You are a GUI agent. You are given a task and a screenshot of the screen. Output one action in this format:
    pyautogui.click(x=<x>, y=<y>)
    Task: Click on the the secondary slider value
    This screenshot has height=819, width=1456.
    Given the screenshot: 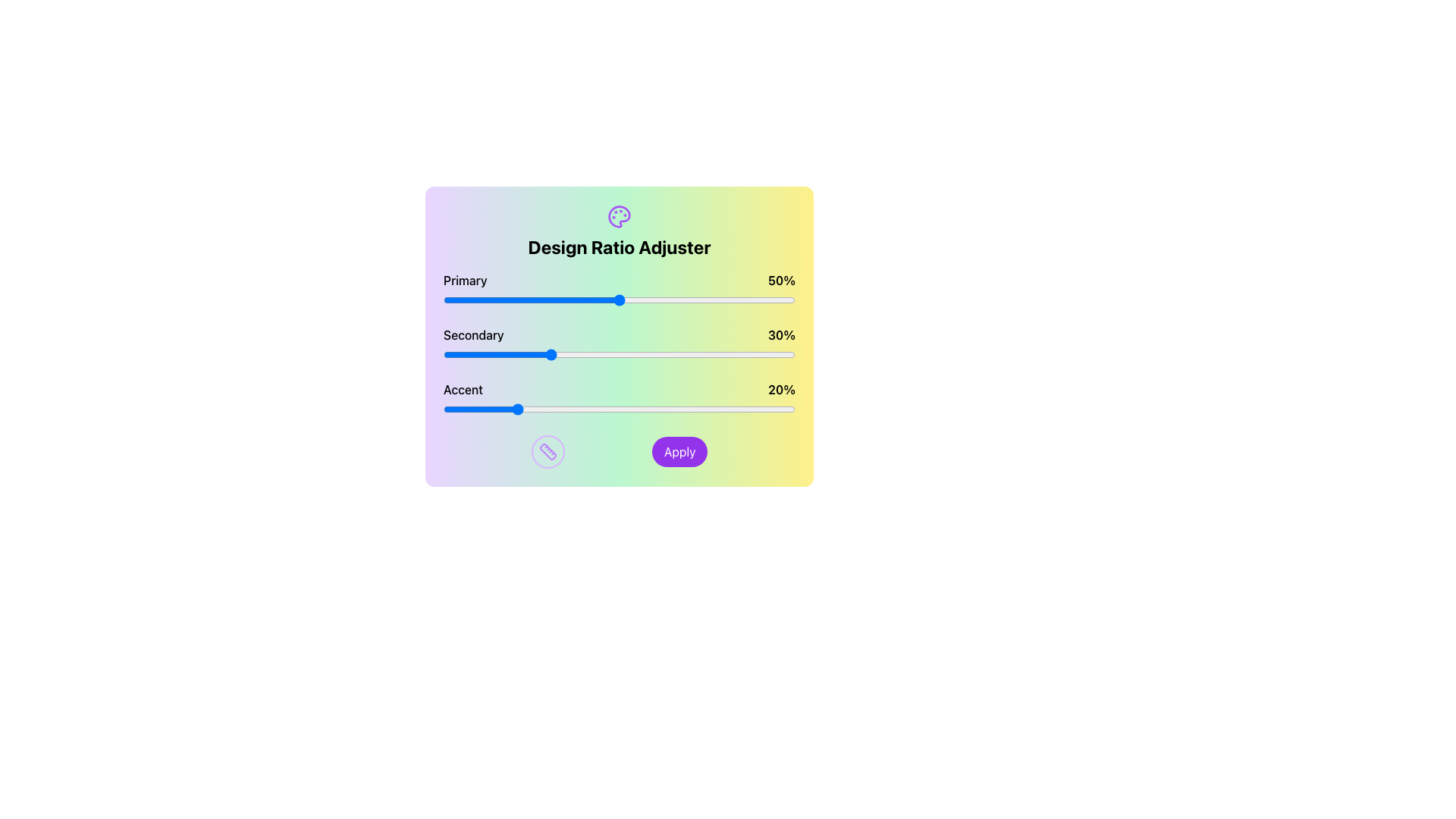 What is the action you would take?
    pyautogui.click(x=531, y=354)
    